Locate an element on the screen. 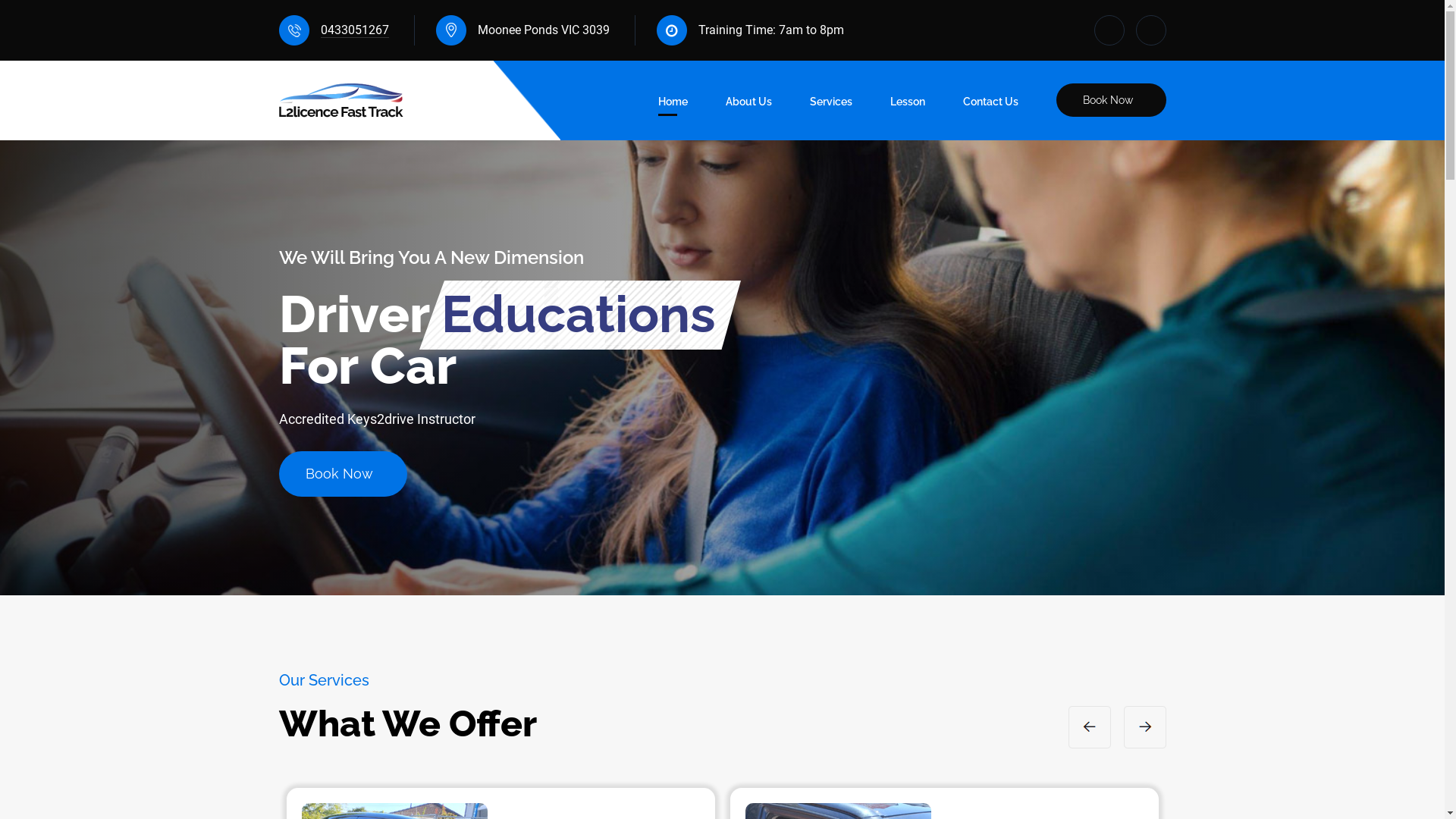 This screenshot has width=1456, height=819. 'Book Now' is located at coordinates (1110, 99).